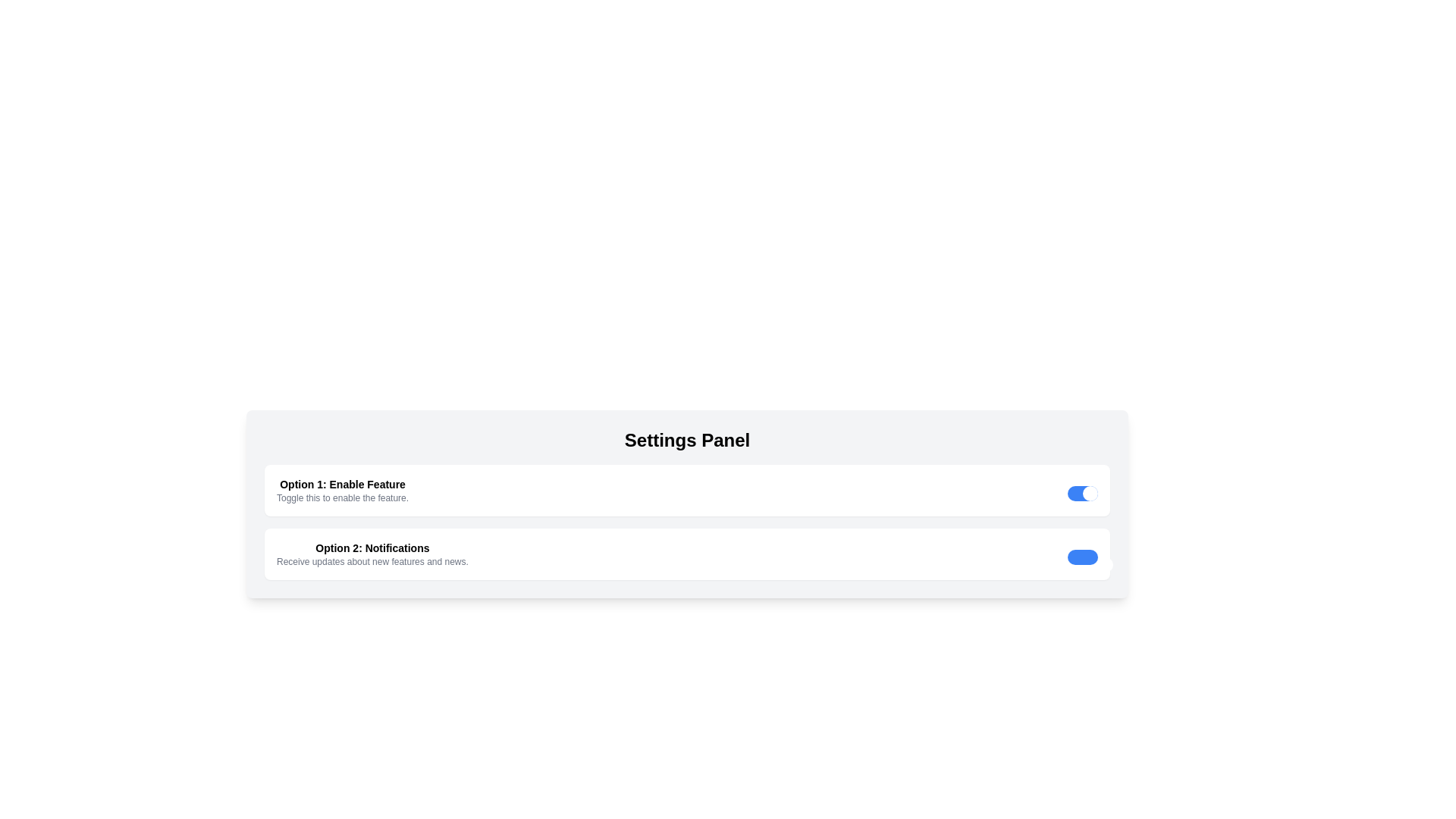 The height and width of the screenshot is (819, 1456). What do you see at coordinates (686, 554) in the screenshot?
I see `the toggle switch for the settings option that manages notifications, located in the lower half of the settings panel` at bounding box center [686, 554].